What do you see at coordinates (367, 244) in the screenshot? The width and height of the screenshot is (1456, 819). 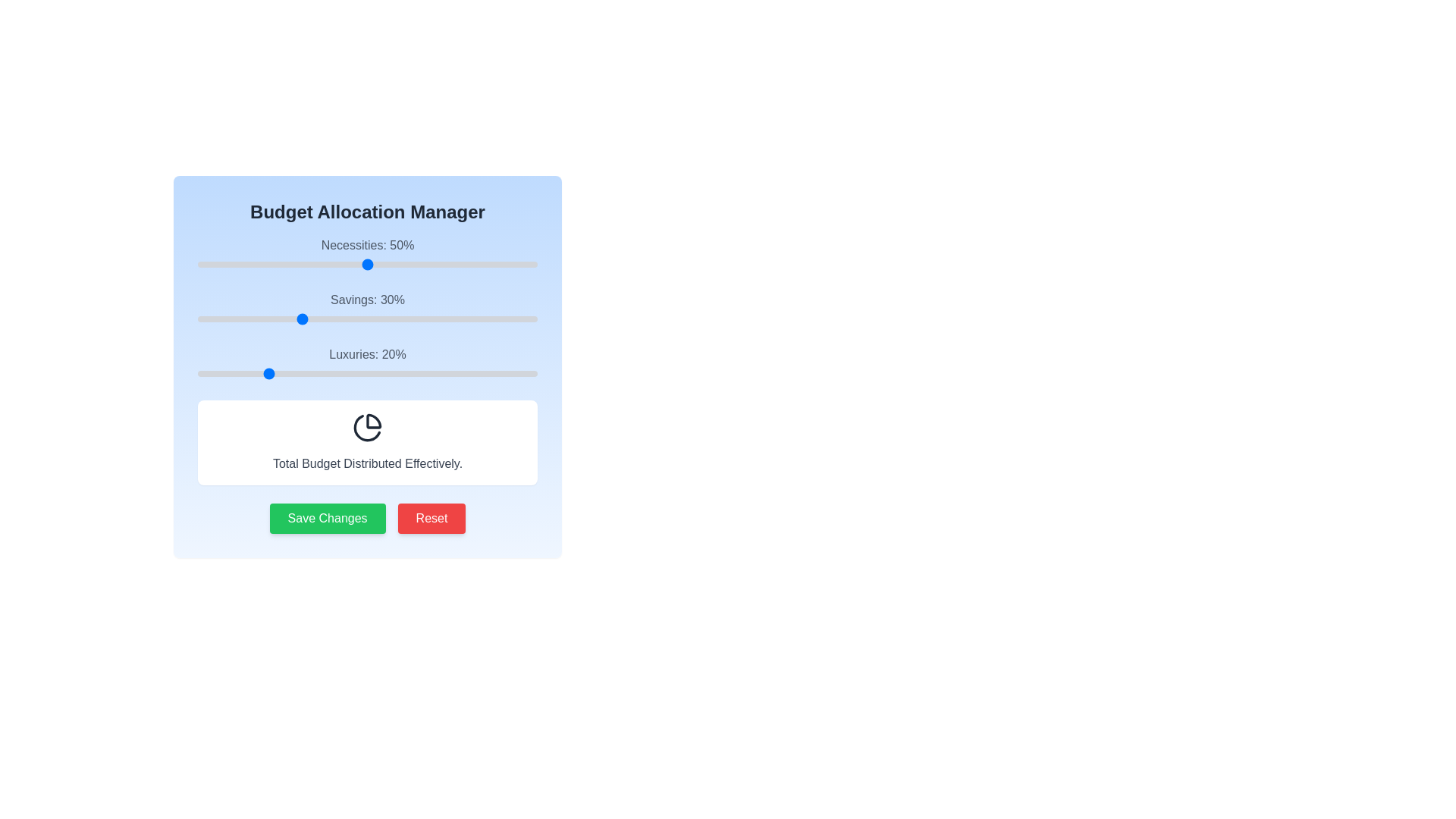 I see `the text label reading 'Necessities: 50%' which is styled with a gray color and located above the slider component in the 'Necessities' section` at bounding box center [367, 244].